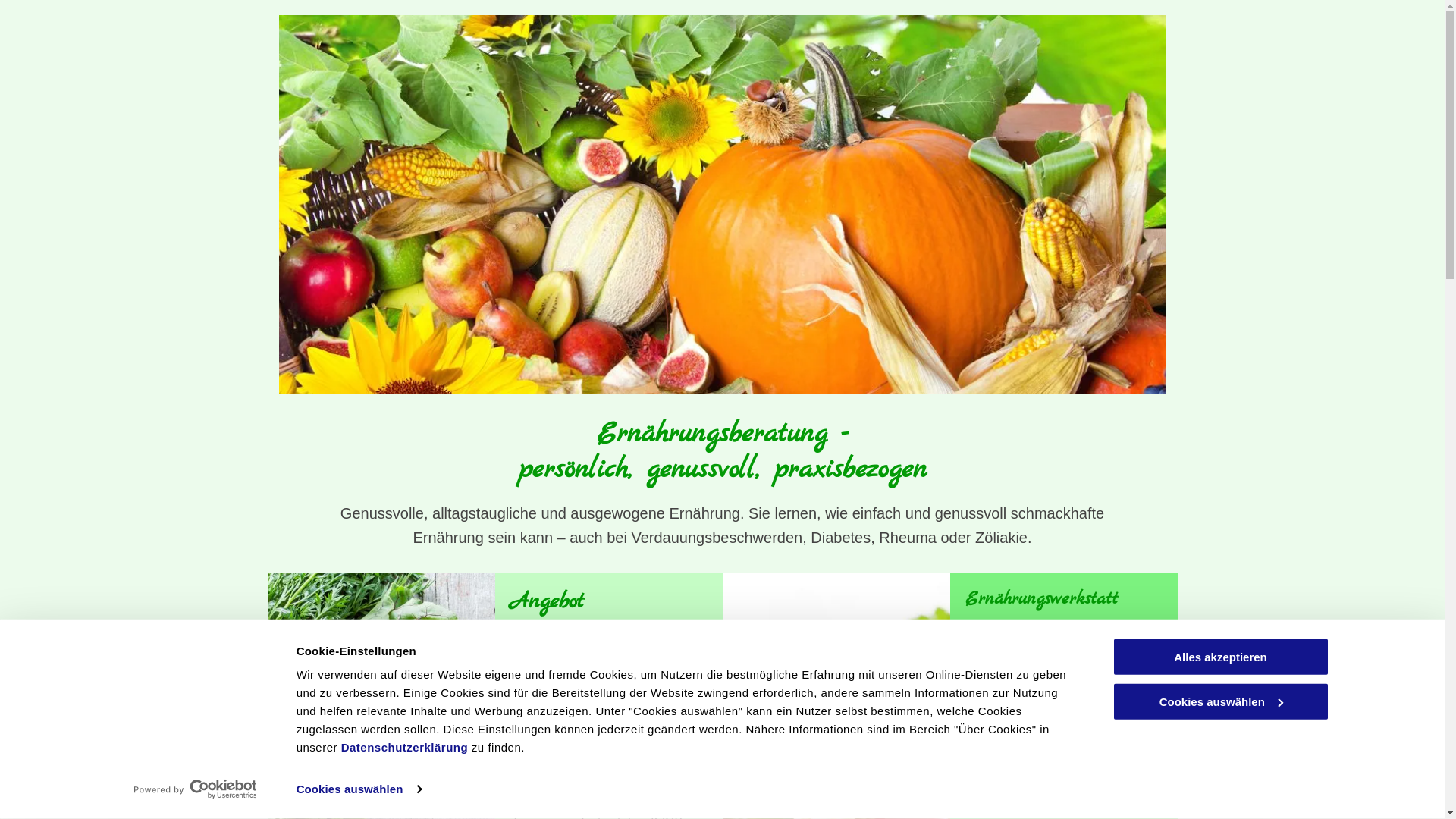  Describe the element at coordinates (1219, 656) in the screenshot. I see `'Alles akzeptieren'` at that location.